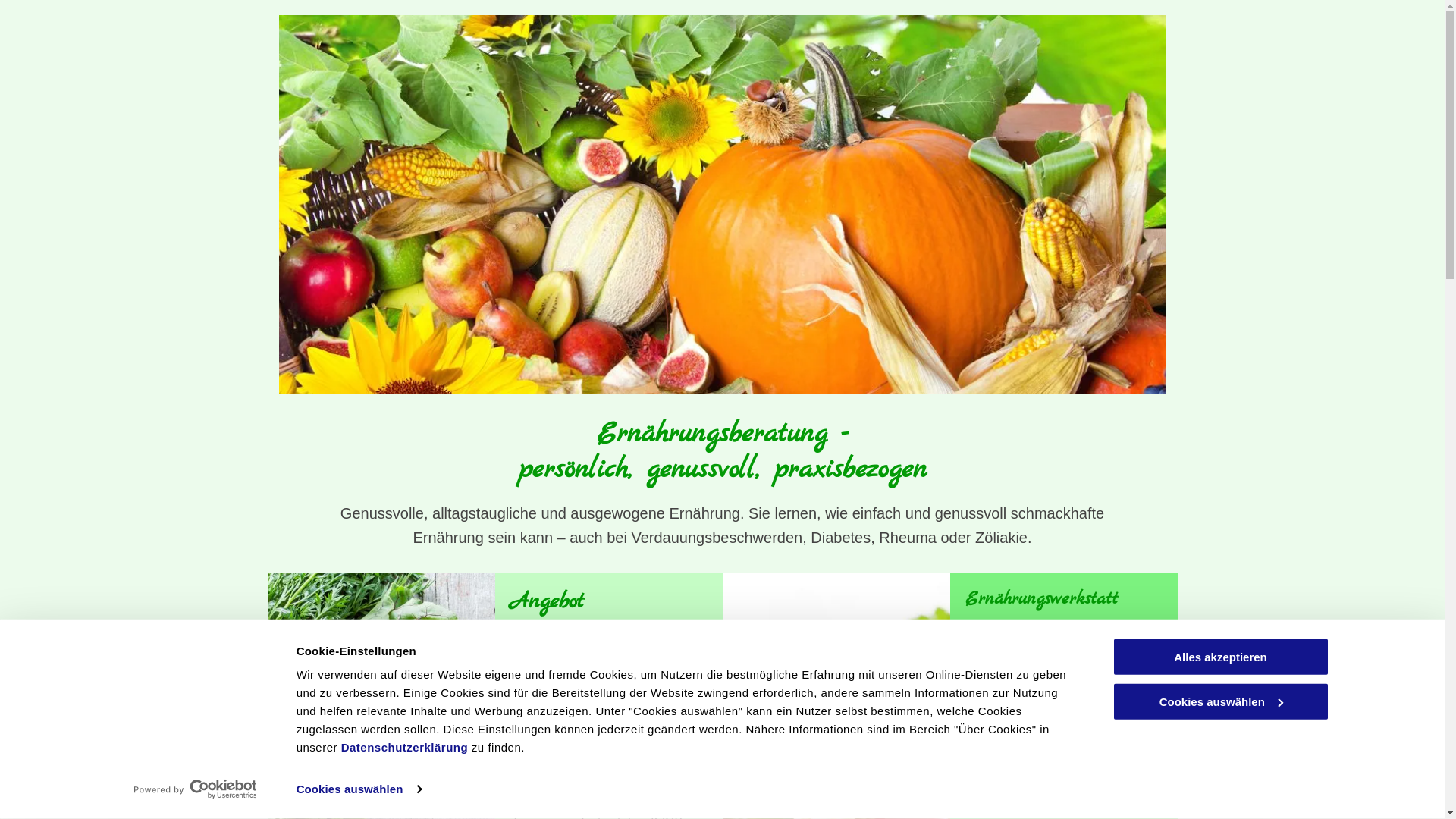  Describe the element at coordinates (1219, 656) in the screenshot. I see `'Alles akzeptieren'` at that location.